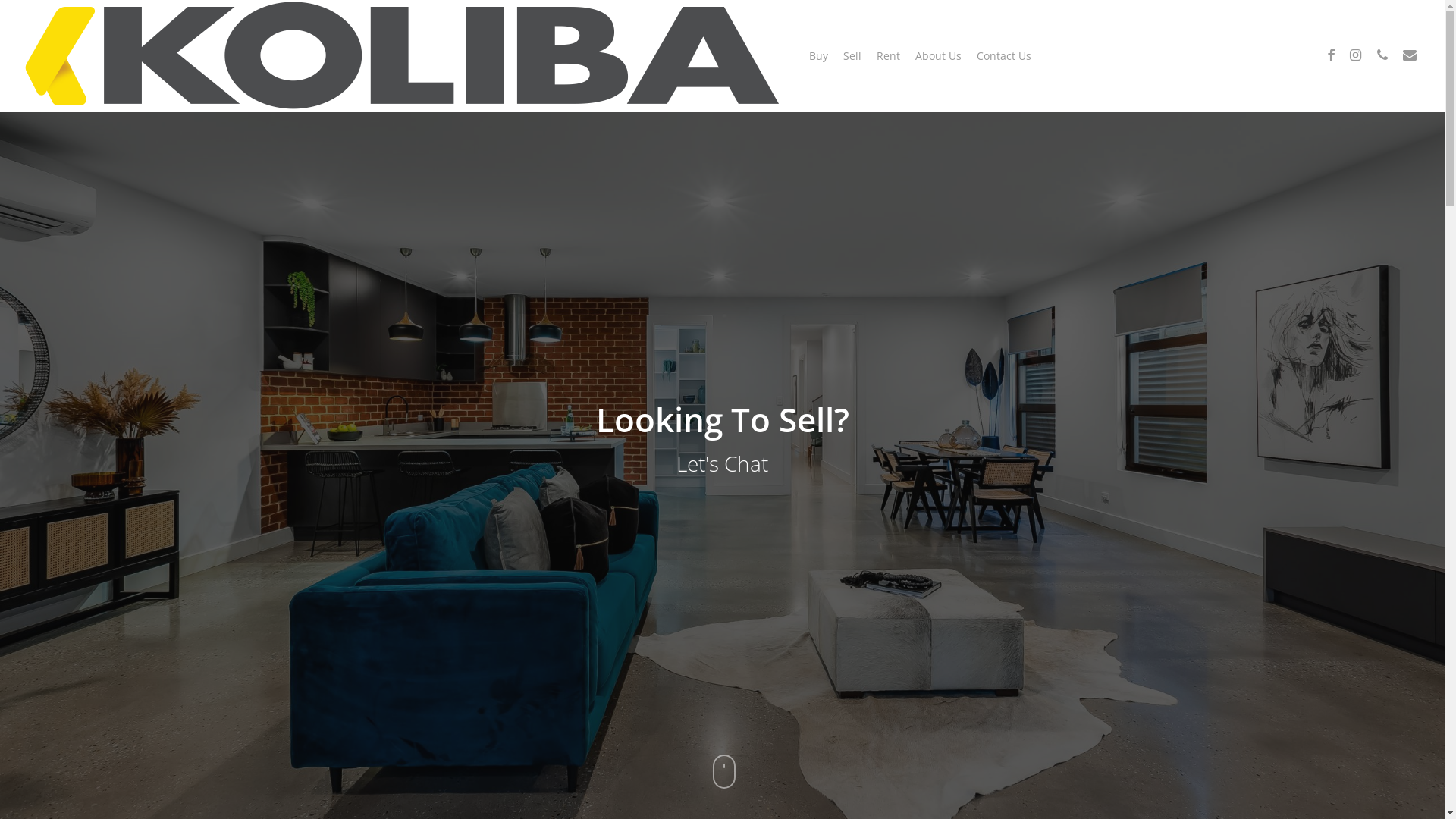 The height and width of the screenshot is (819, 1456). What do you see at coordinates (1382, 55) in the screenshot?
I see `'phone'` at bounding box center [1382, 55].